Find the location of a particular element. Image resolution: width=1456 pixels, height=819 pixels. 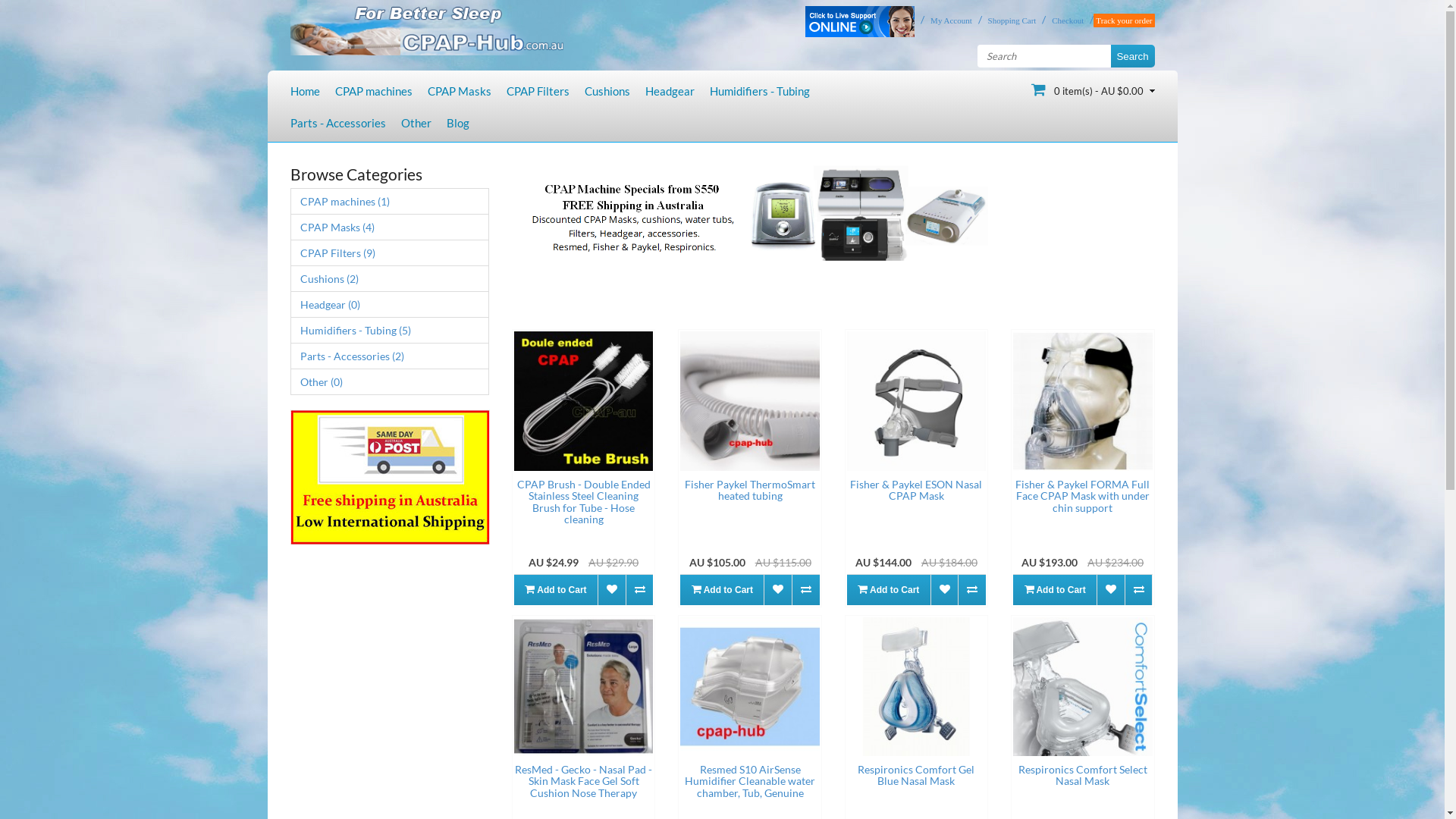

'CPAP machines (1)' is located at coordinates (389, 200).